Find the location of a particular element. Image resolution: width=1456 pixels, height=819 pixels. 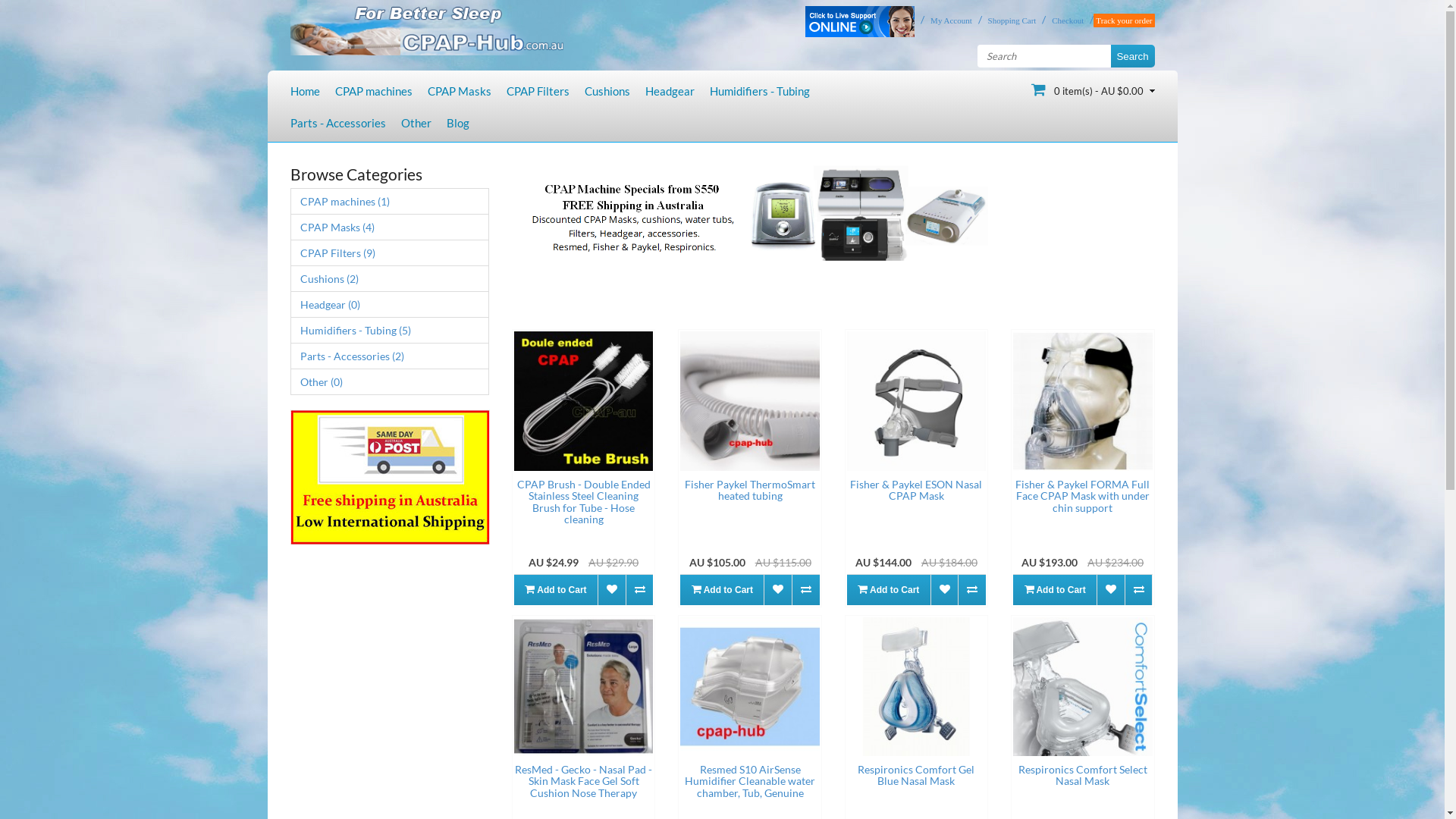

'CPAP machines (1)' is located at coordinates (389, 200).